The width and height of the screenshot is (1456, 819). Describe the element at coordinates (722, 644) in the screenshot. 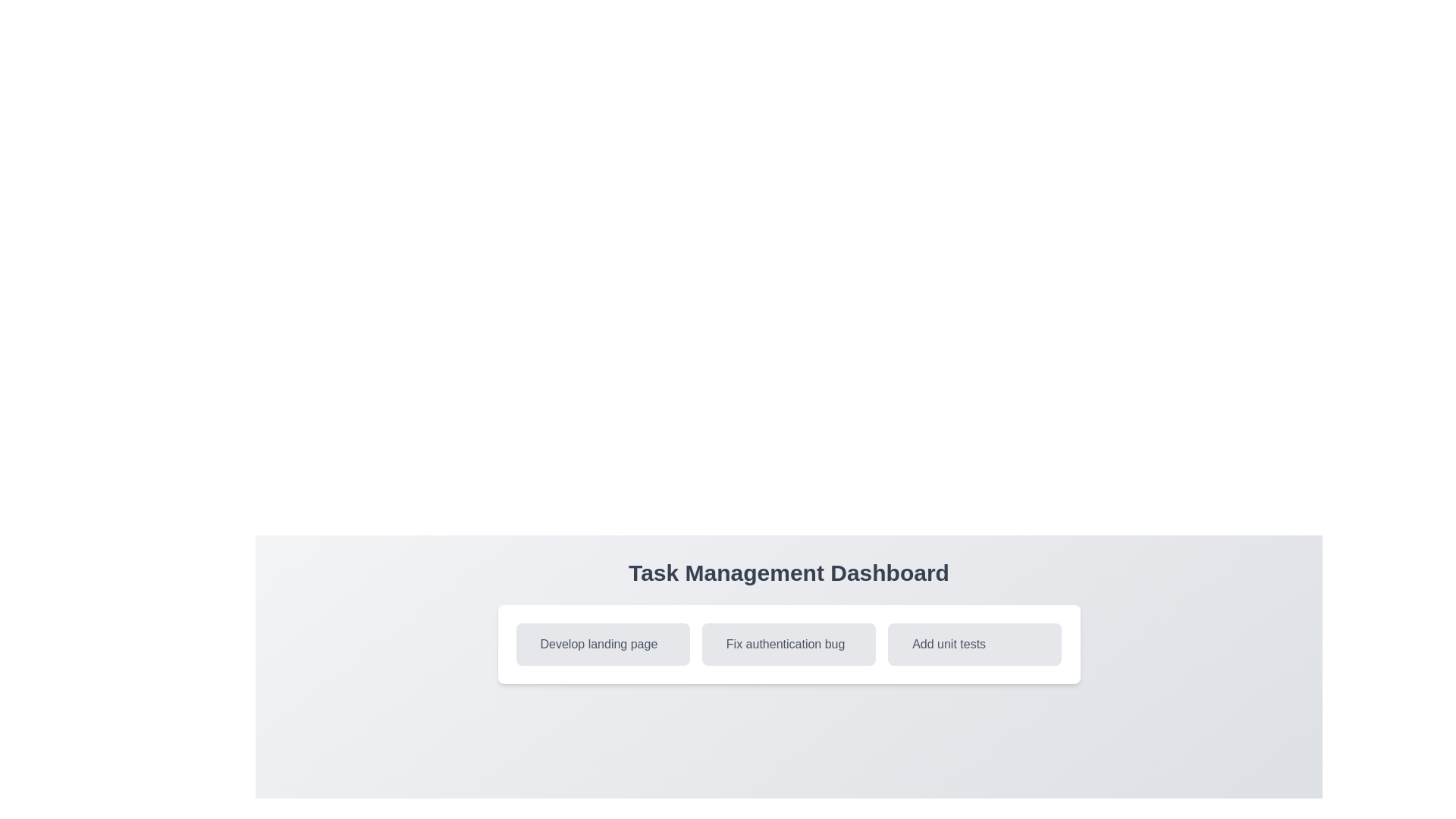

I see `the icon within the second button labeled 'Fix authentication bug', which serves as a status or action indicator for that task` at that location.